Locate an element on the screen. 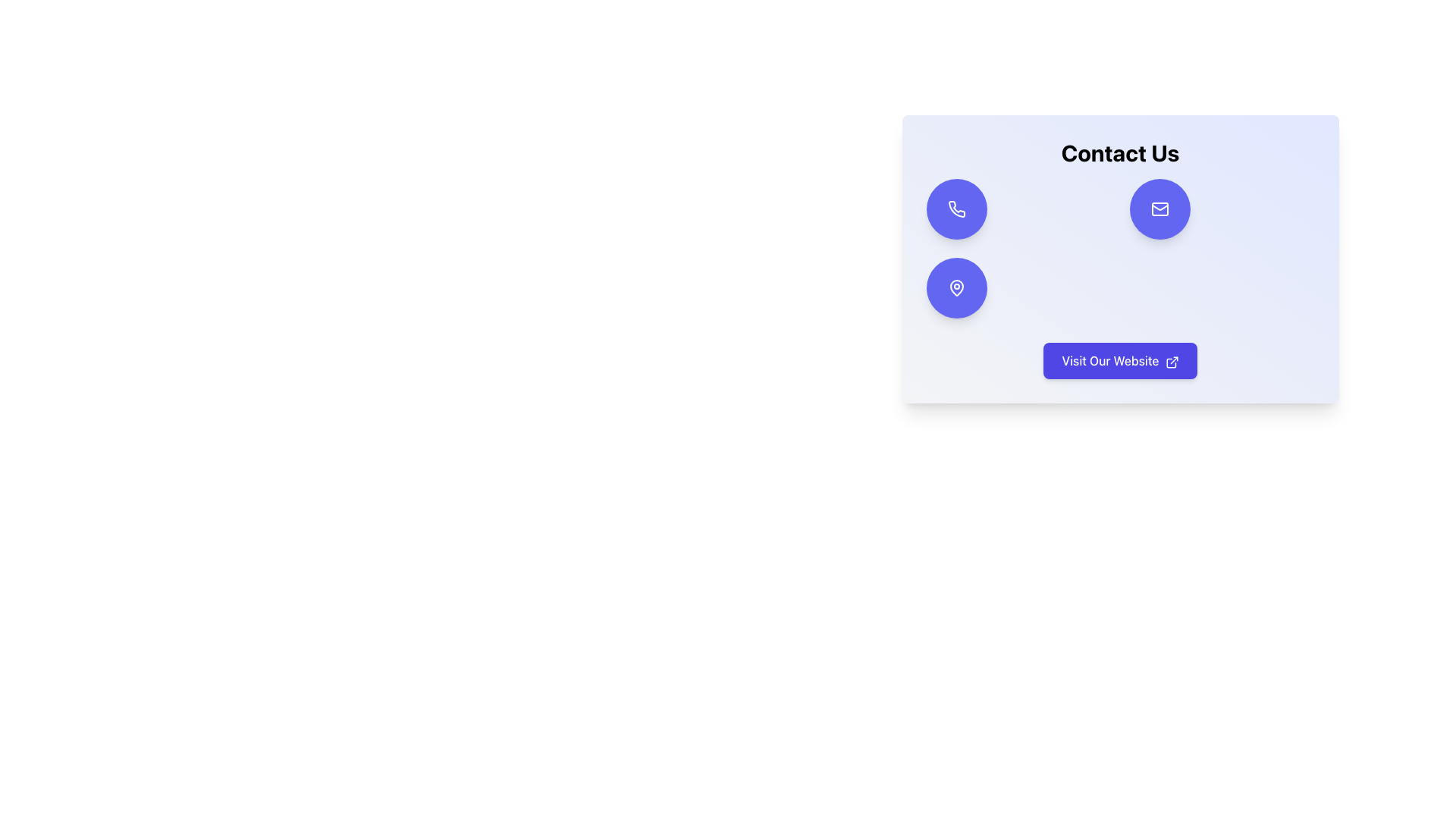  the circular blue button with a white envelope icon located under the 'Contact Us' label is located at coordinates (1159, 209).